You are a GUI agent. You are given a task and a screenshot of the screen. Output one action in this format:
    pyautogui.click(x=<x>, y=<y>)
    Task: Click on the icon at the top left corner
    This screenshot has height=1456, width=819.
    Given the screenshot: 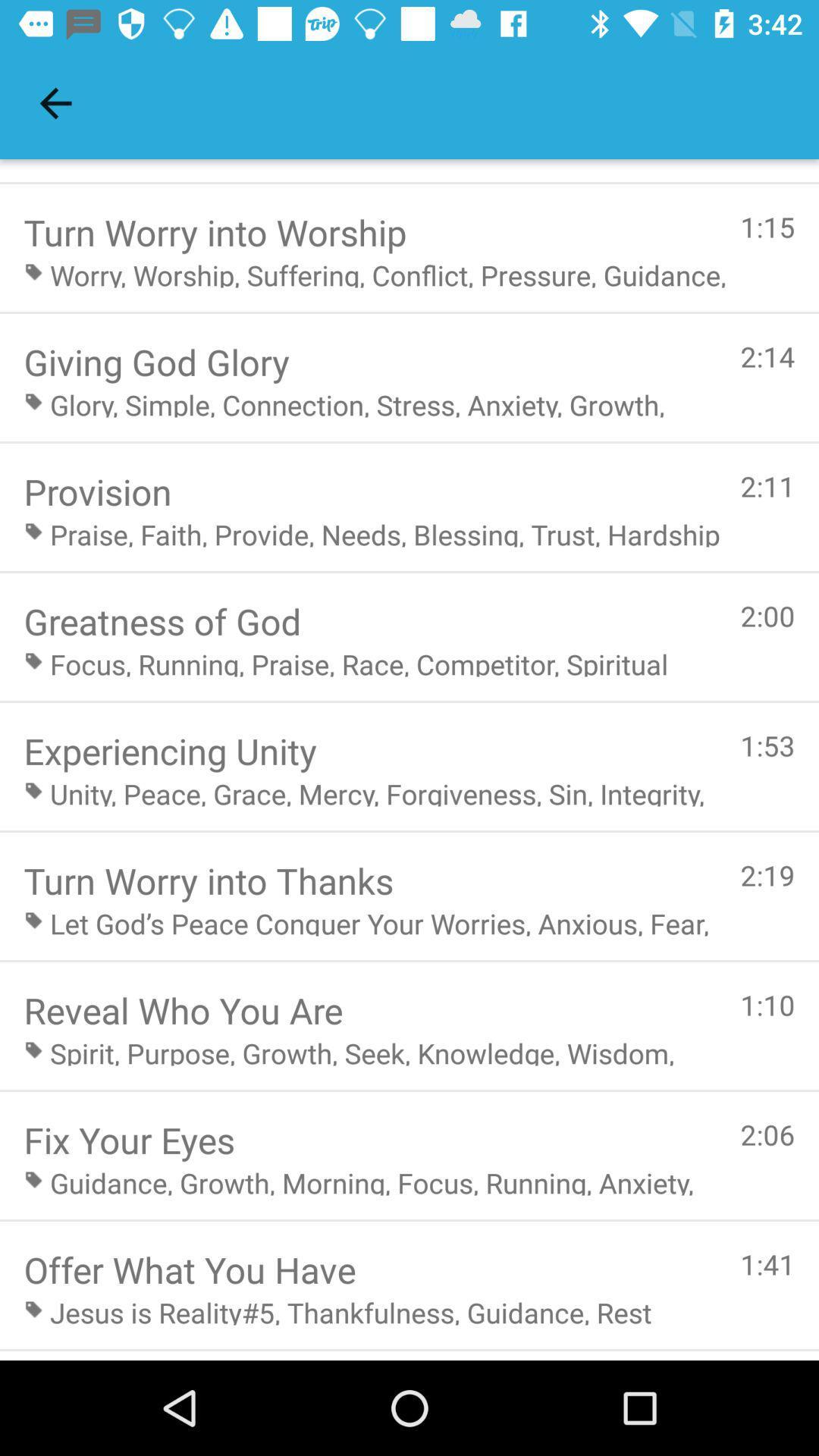 What is the action you would take?
    pyautogui.click(x=55, y=102)
    